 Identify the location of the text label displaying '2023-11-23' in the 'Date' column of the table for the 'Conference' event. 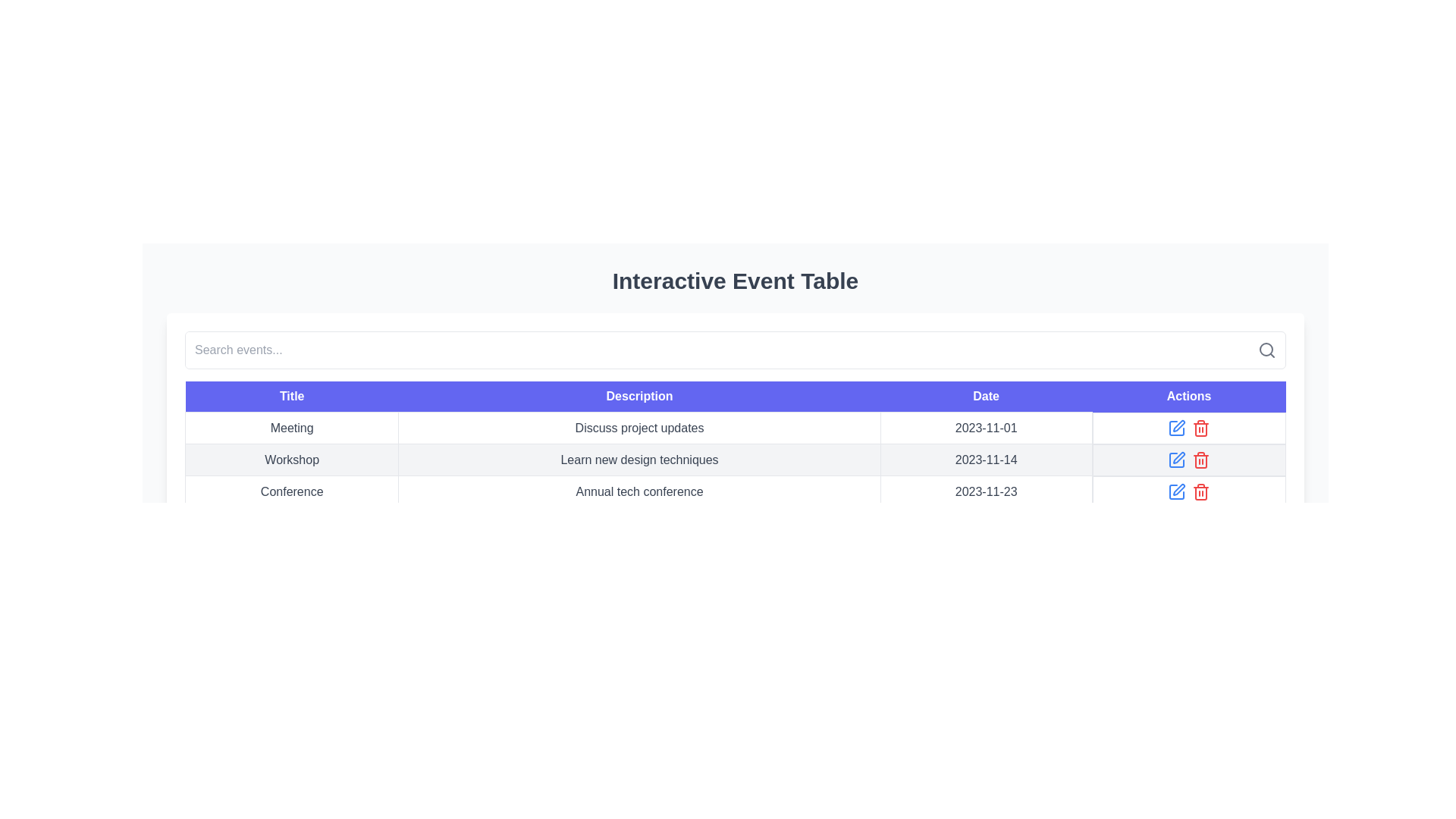
(986, 491).